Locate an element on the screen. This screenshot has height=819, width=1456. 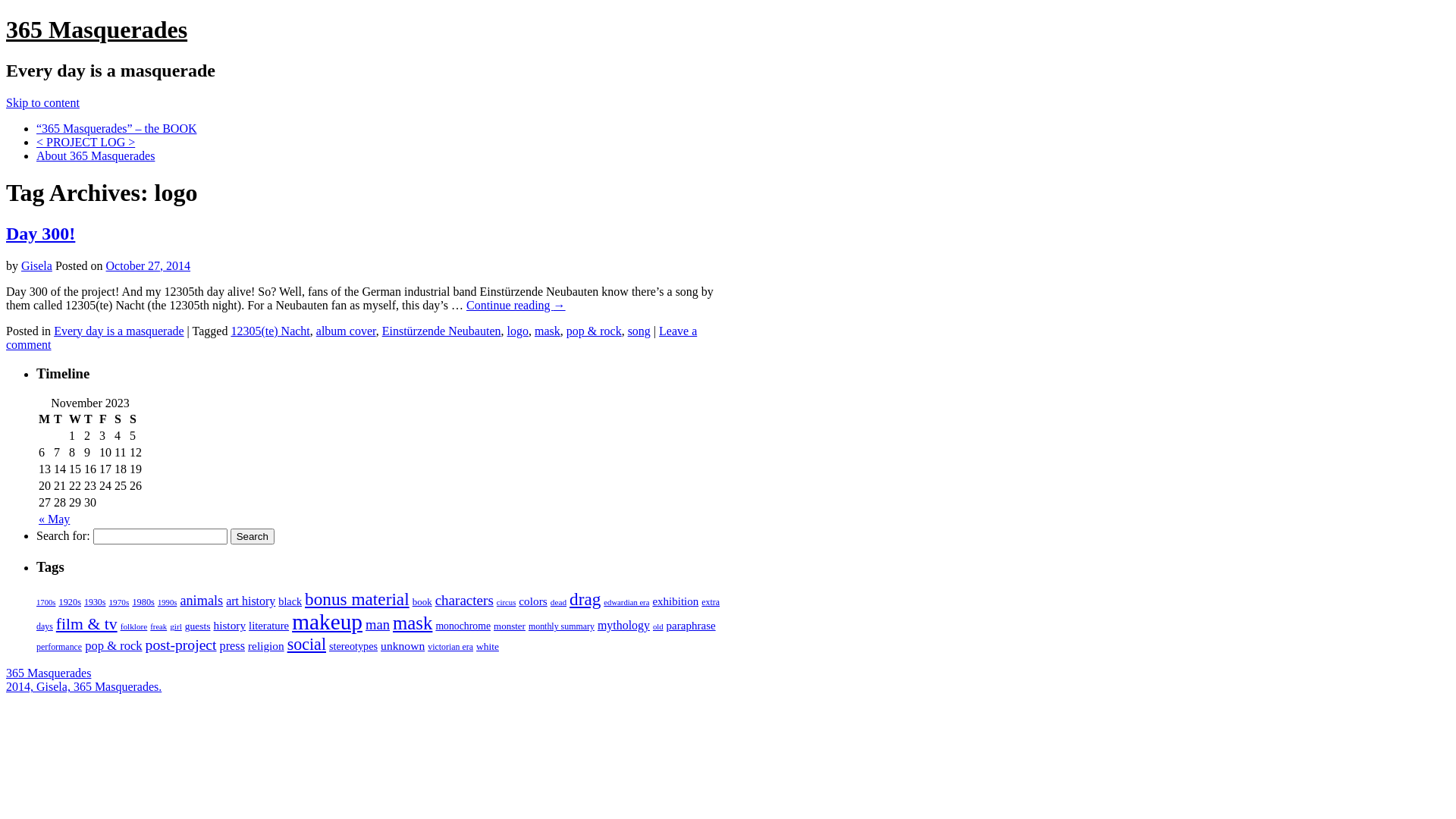
'365 Masquerades' is located at coordinates (96, 29).